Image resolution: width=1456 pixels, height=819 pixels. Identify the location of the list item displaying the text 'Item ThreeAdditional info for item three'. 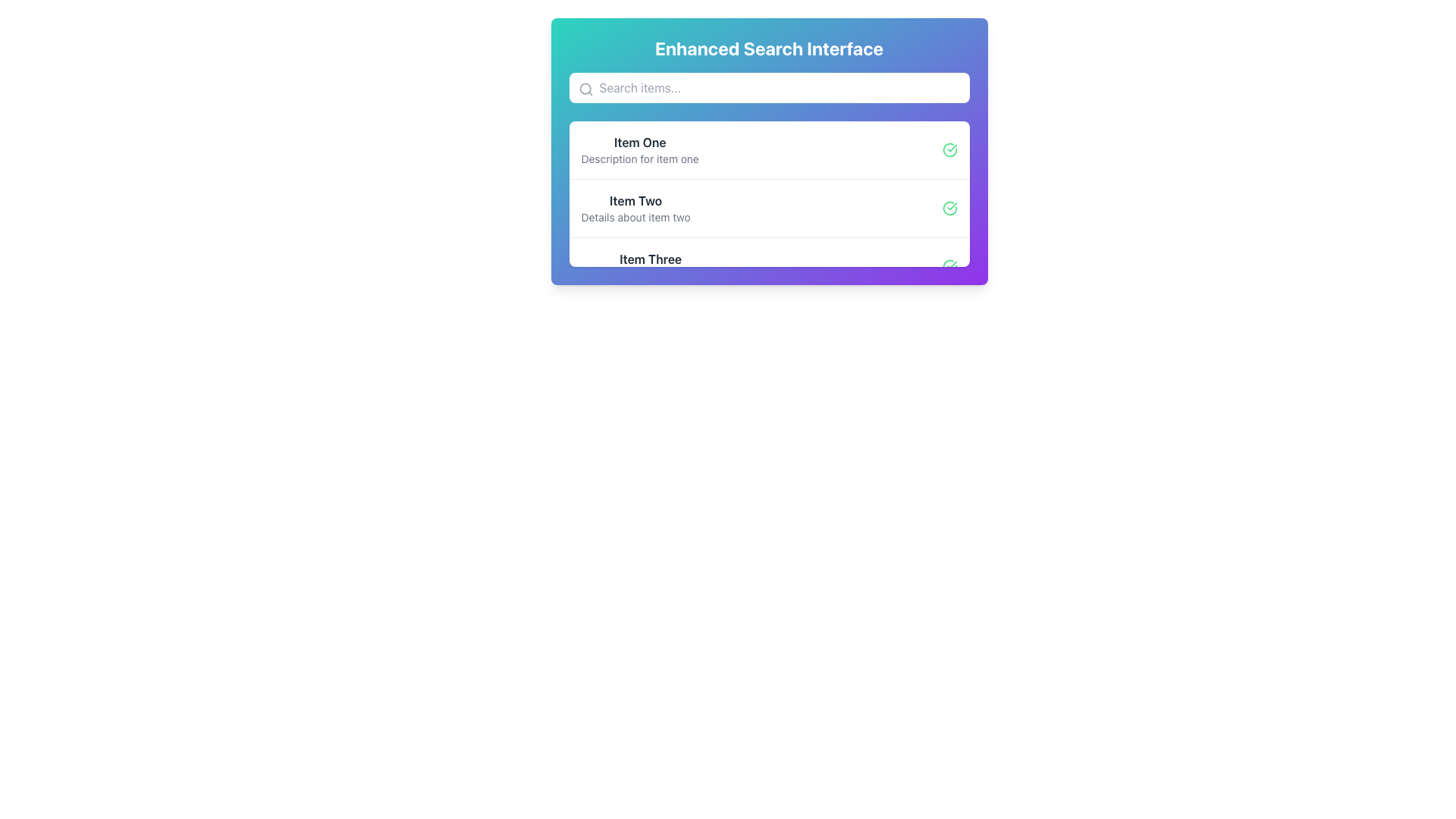
(651, 265).